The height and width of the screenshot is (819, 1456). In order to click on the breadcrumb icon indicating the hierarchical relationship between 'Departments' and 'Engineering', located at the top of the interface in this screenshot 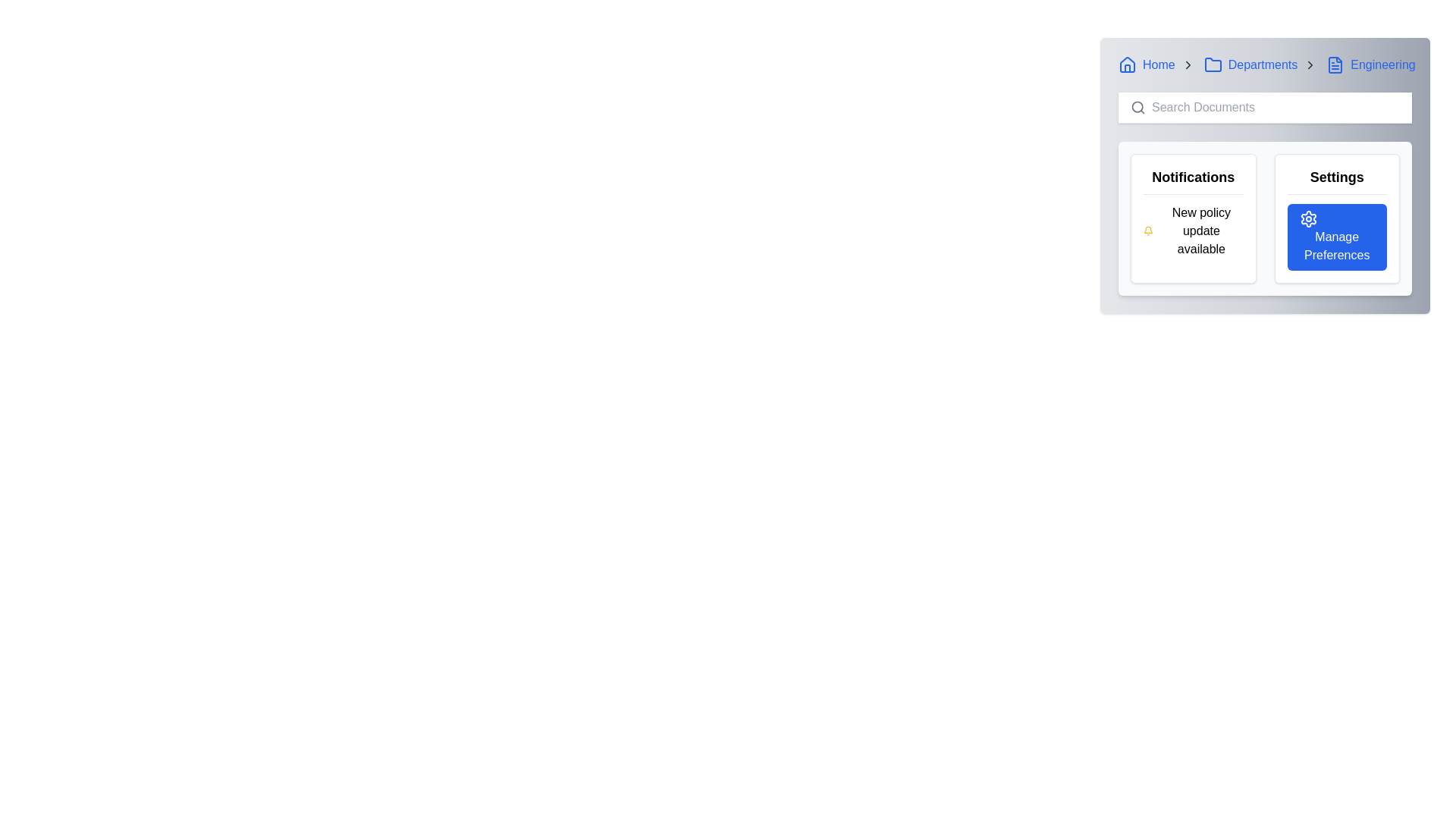, I will do `click(1310, 64)`.